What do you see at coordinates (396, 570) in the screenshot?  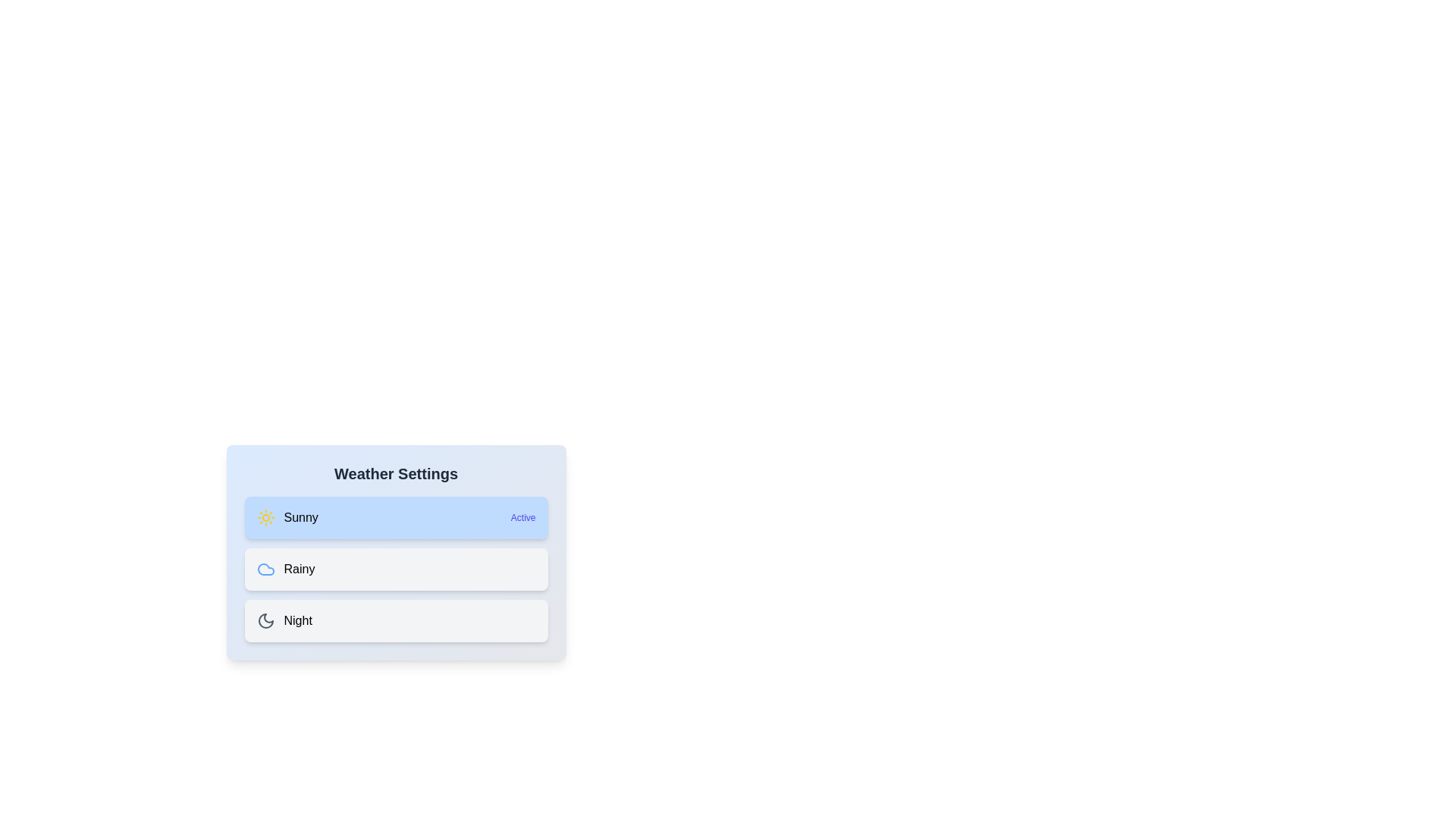 I see `the weather option Rainy by clicking on its respective list item` at bounding box center [396, 570].